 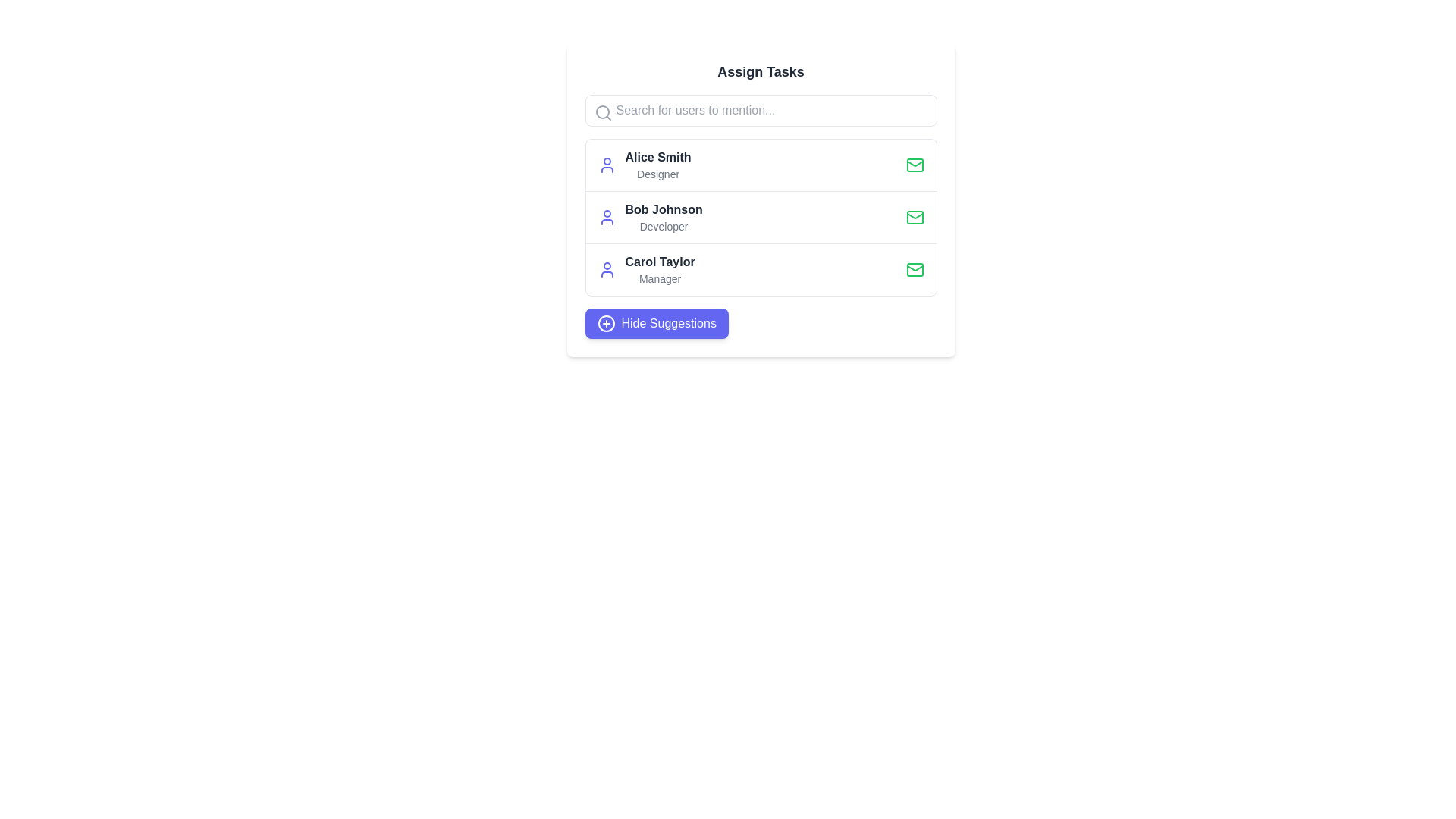 What do you see at coordinates (607, 217) in the screenshot?
I see `the decorative and informative icon representing 'Bob Johnson - Developer' in the second entry of the user profiles list` at bounding box center [607, 217].